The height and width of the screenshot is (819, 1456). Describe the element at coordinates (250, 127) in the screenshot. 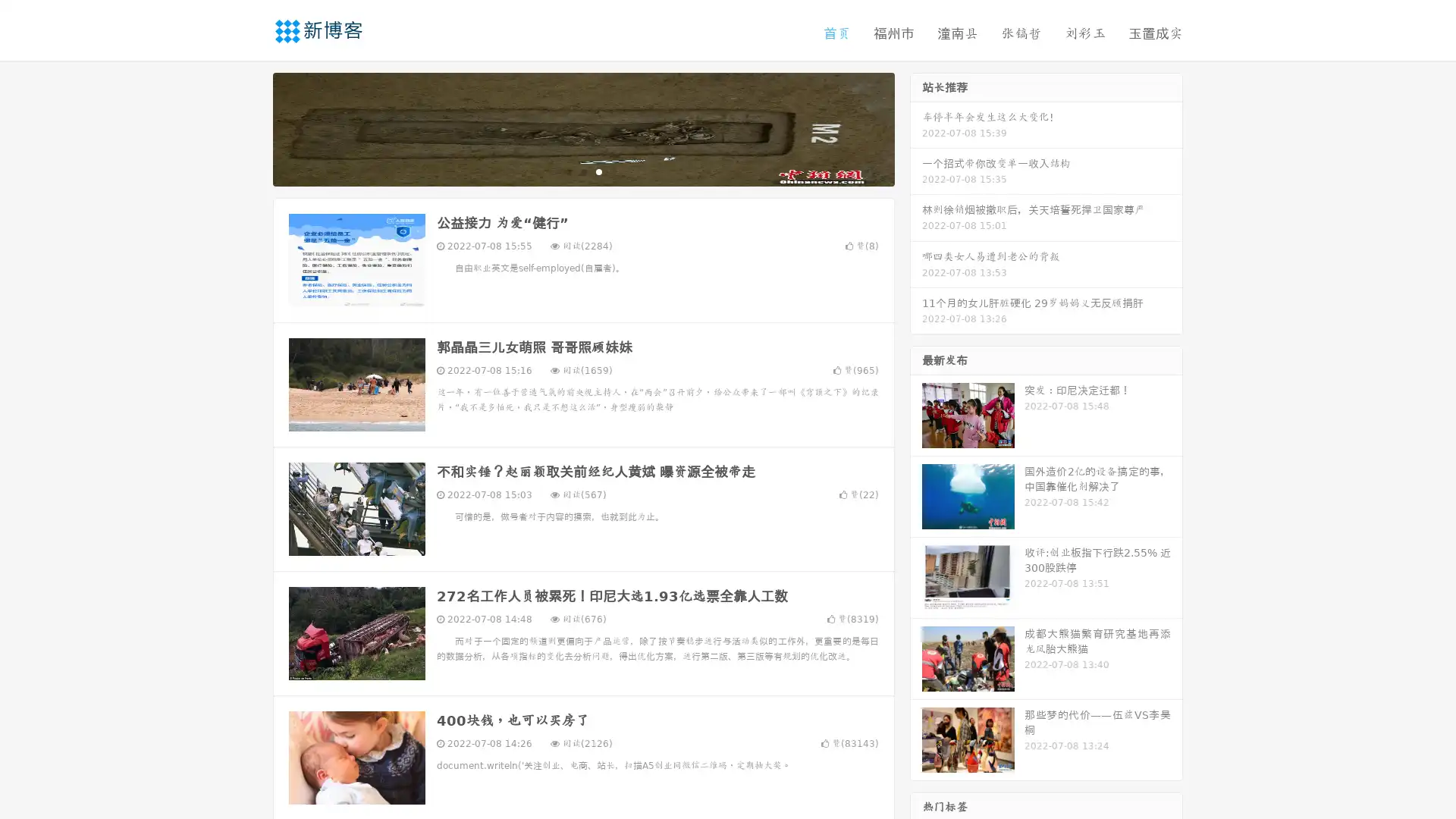

I see `Previous slide` at that location.